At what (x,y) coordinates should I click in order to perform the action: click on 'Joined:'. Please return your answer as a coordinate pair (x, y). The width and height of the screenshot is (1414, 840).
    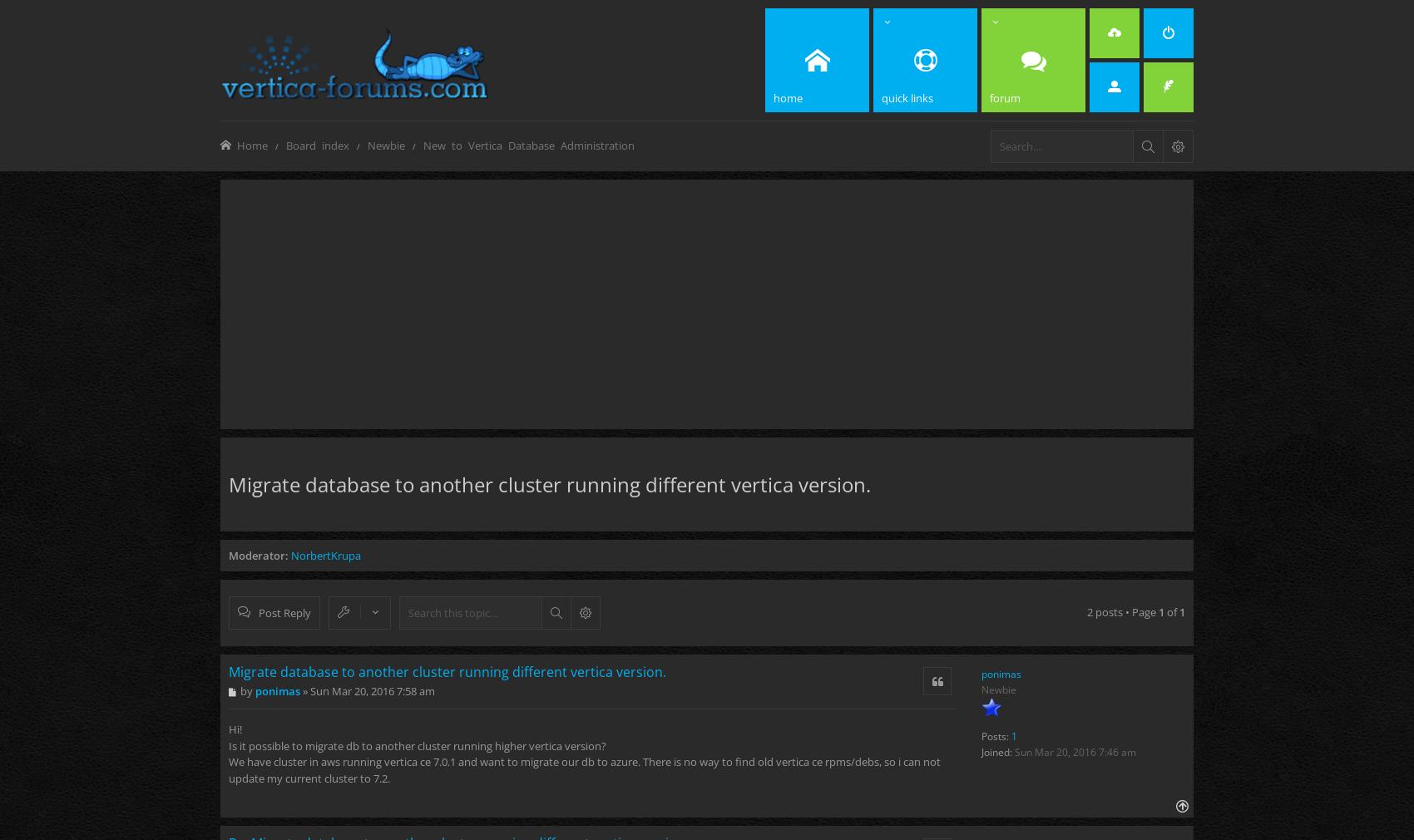
    Looking at the image, I should click on (996, 752).